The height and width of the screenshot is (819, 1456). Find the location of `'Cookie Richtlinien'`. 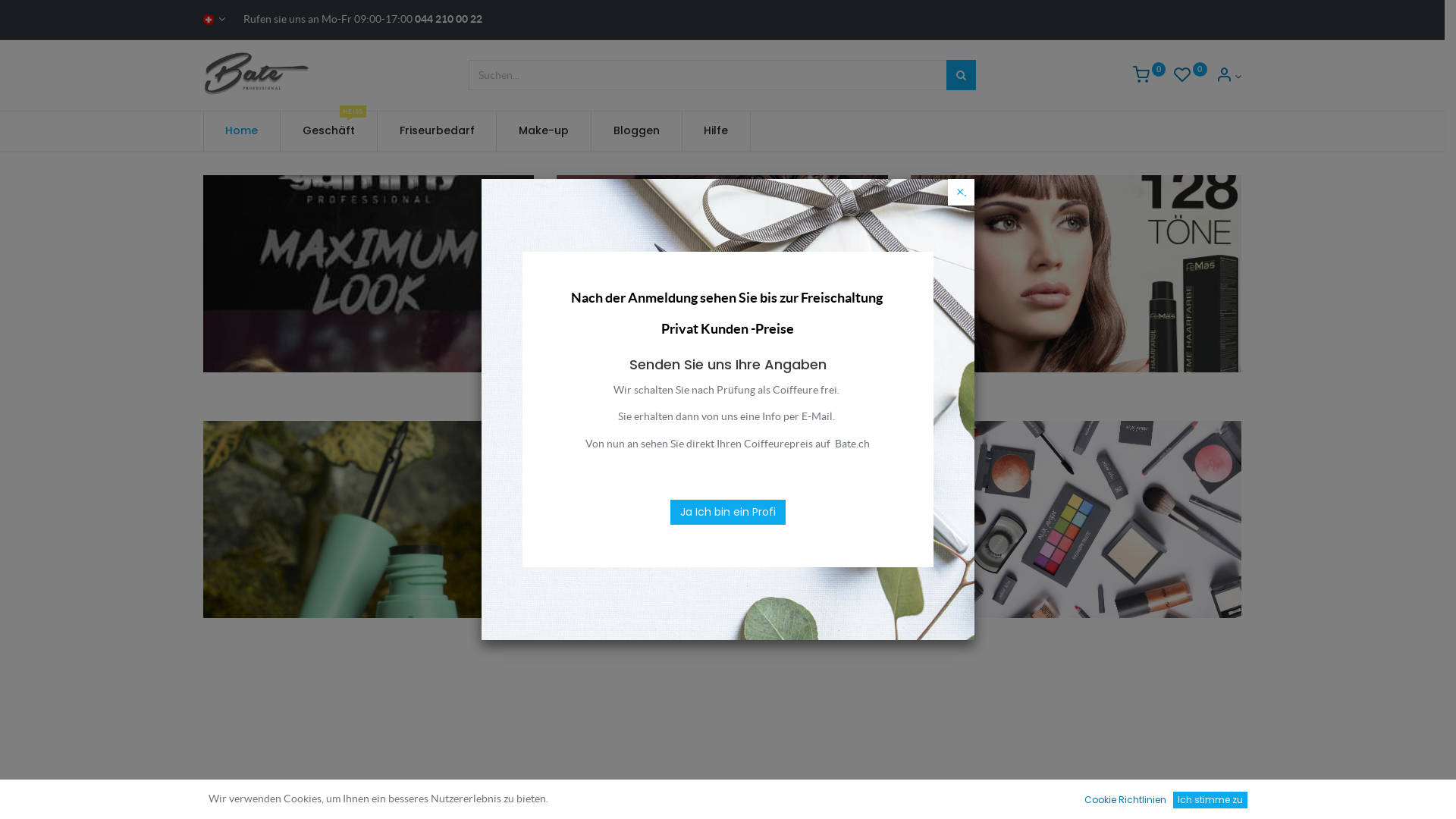

'Cookie Richtlinien' is located at coordinates (1125, 799).